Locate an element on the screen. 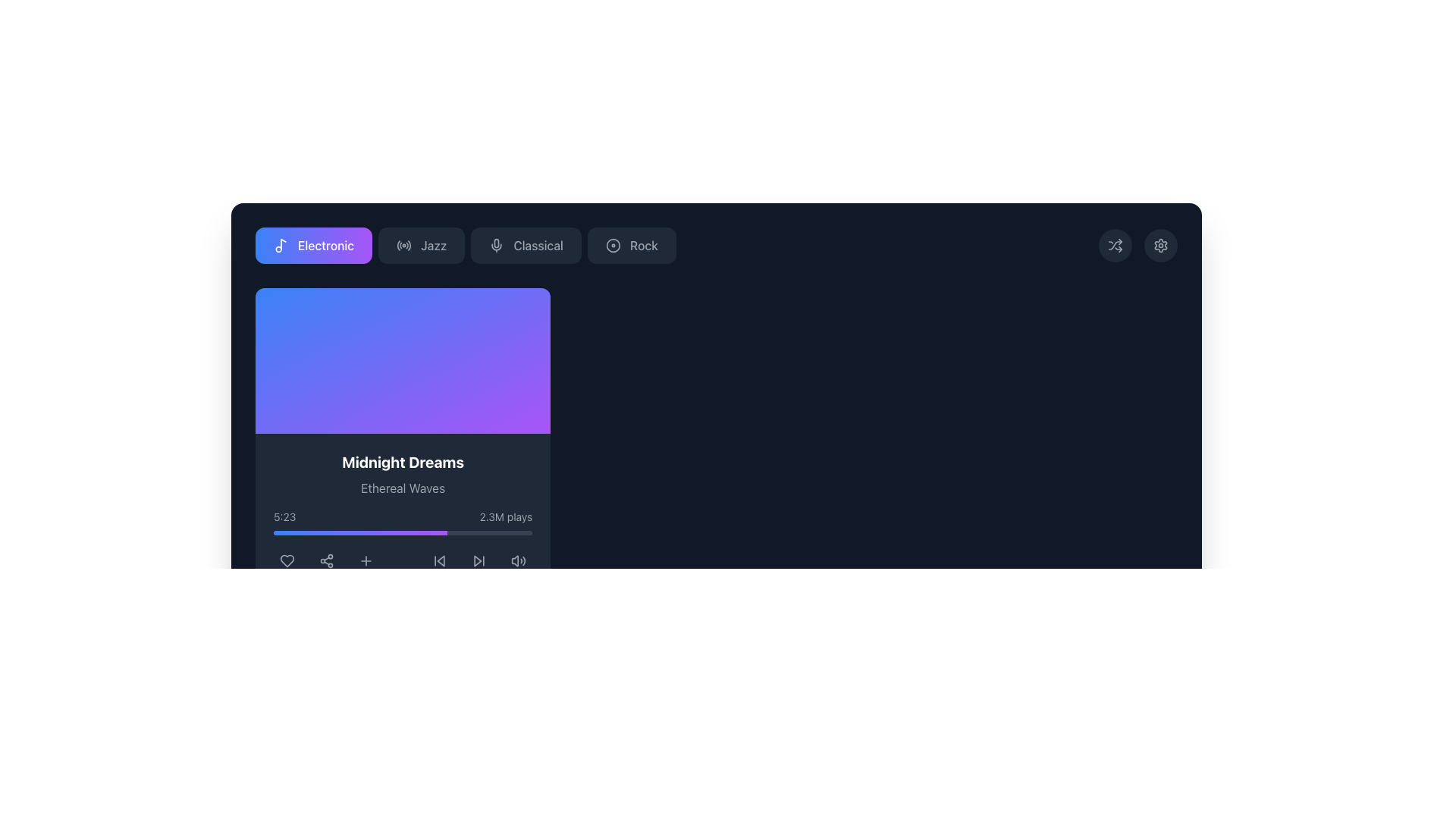 The height and width of the screenshot is (819, 1456). the progress bar located in the lower section of the album details card is located at coordinates (403, 522).